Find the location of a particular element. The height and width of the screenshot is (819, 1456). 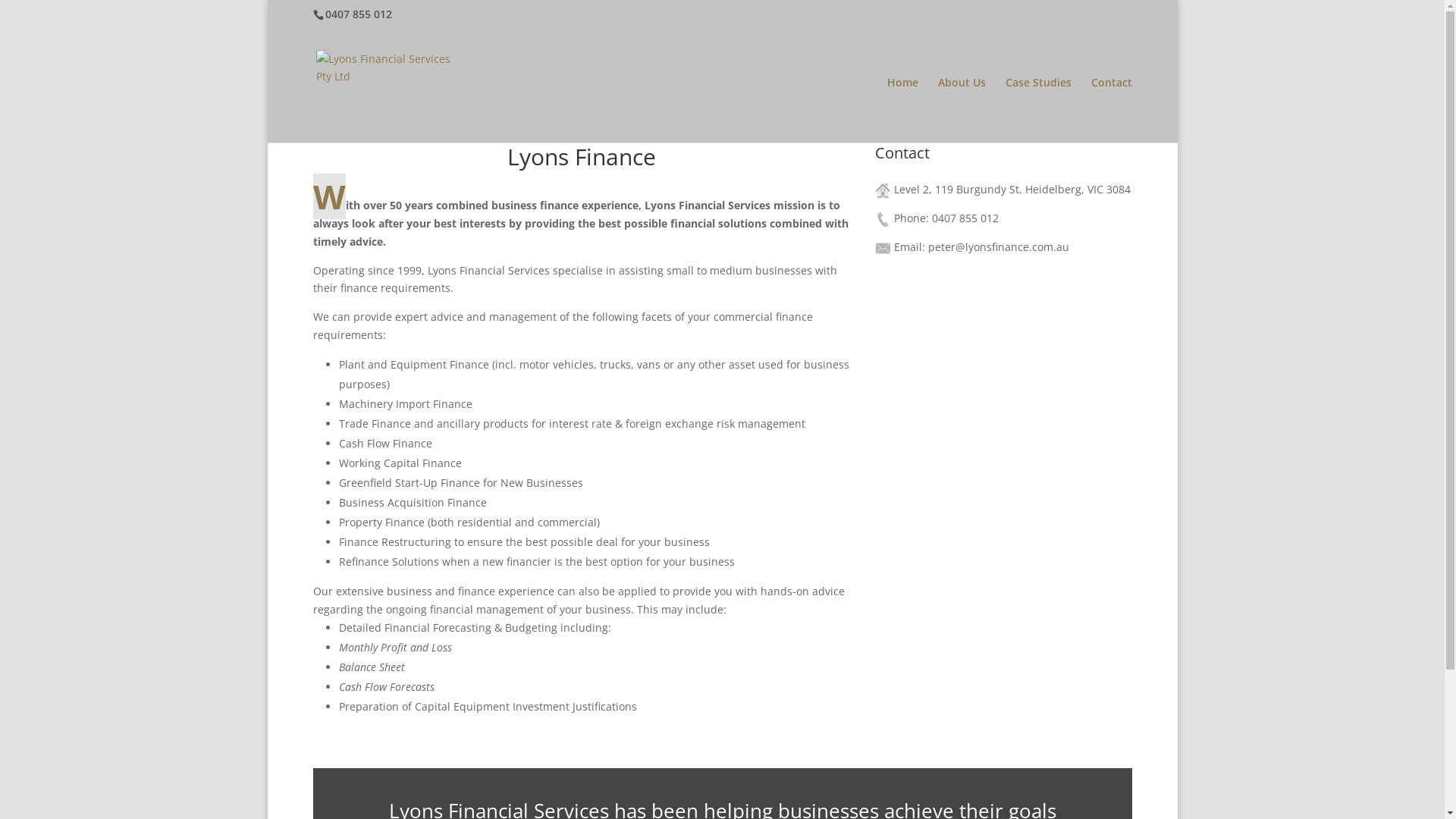

'About Us' is located at coordinates (960, 109).